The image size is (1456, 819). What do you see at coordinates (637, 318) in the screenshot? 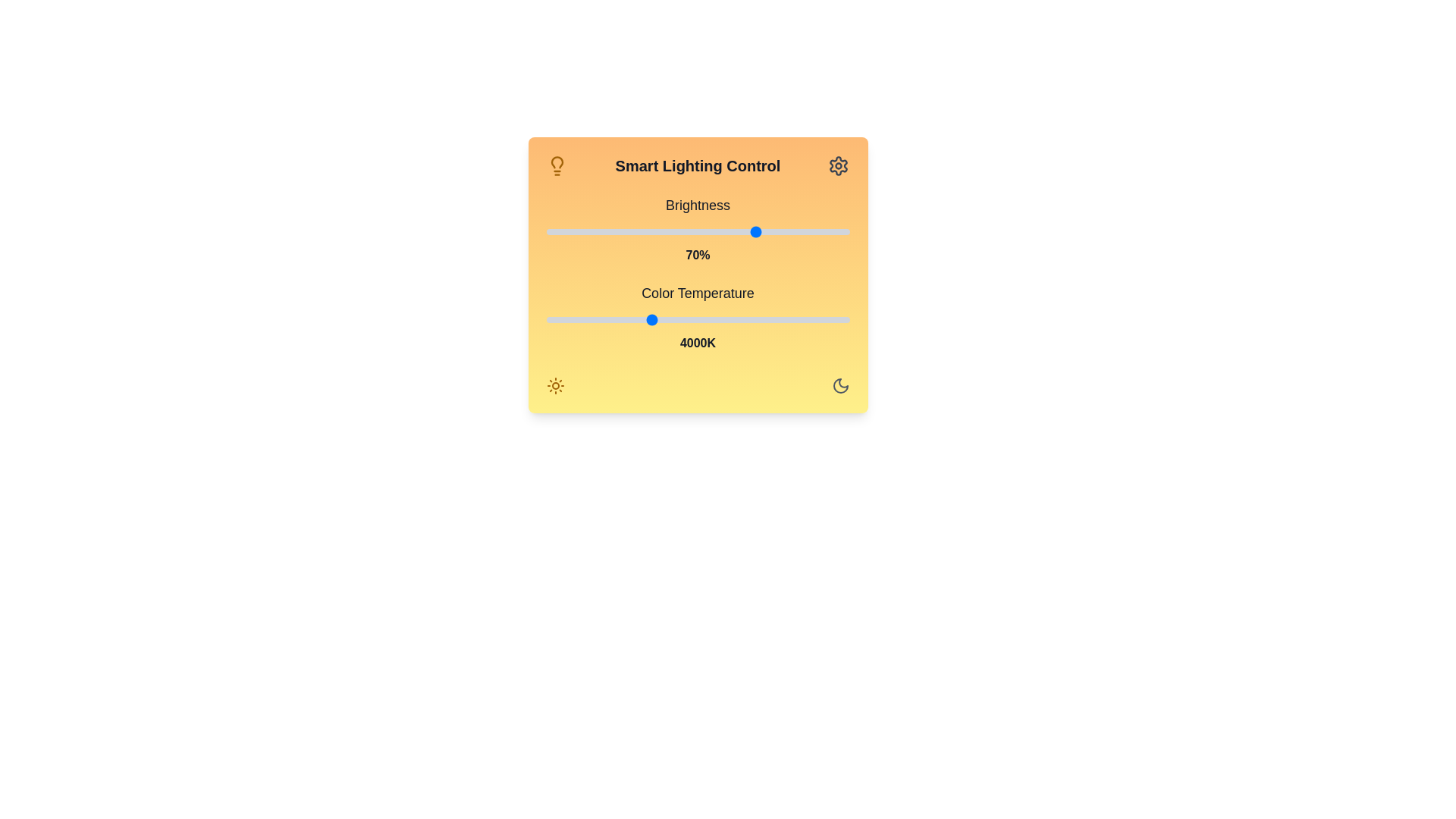
I see `the color temperature slider to set the color temperature to 3835 Kelvin` at bounding box center [637, 318].